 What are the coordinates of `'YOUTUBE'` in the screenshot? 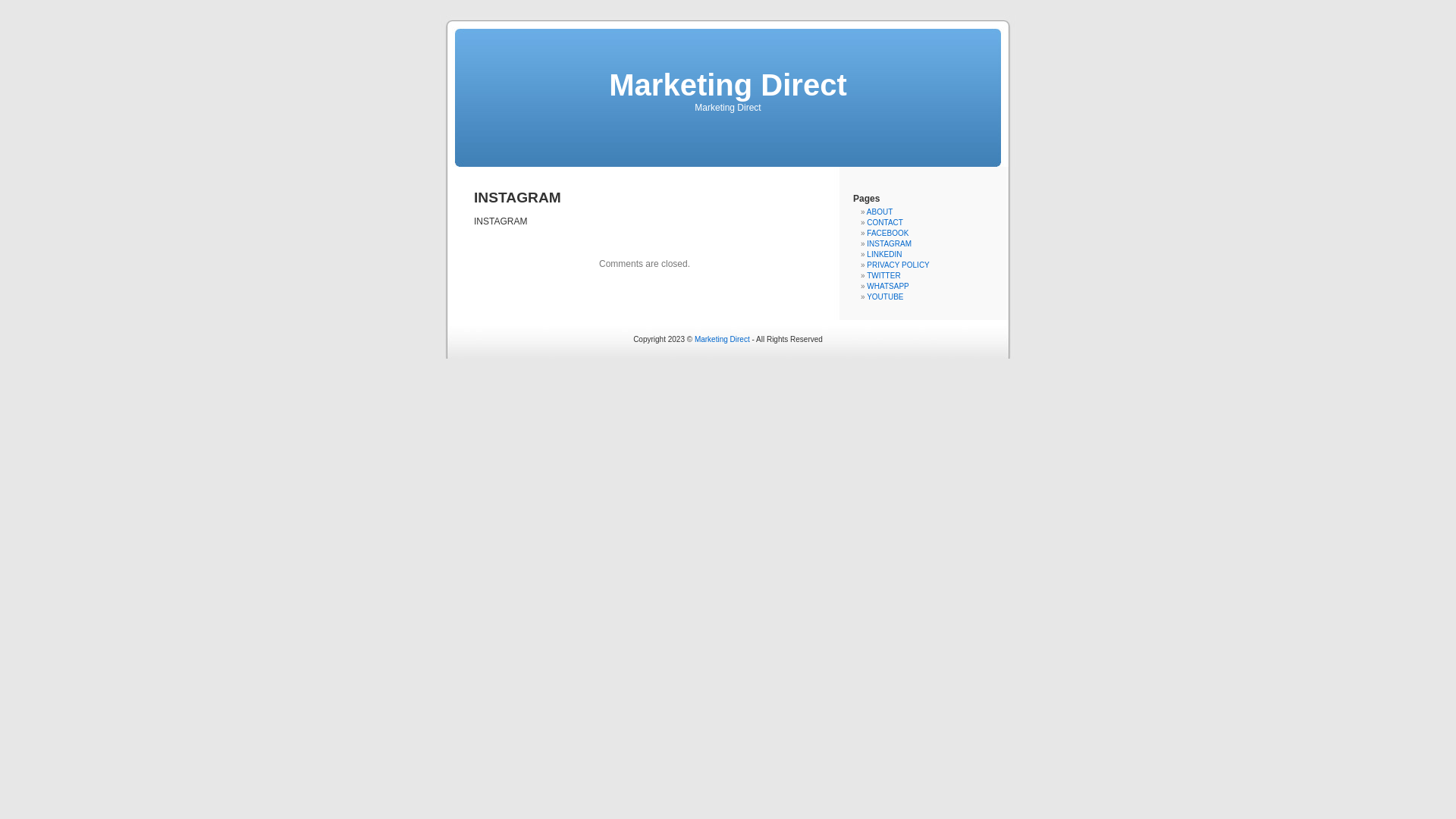 It's located at (884, 297).